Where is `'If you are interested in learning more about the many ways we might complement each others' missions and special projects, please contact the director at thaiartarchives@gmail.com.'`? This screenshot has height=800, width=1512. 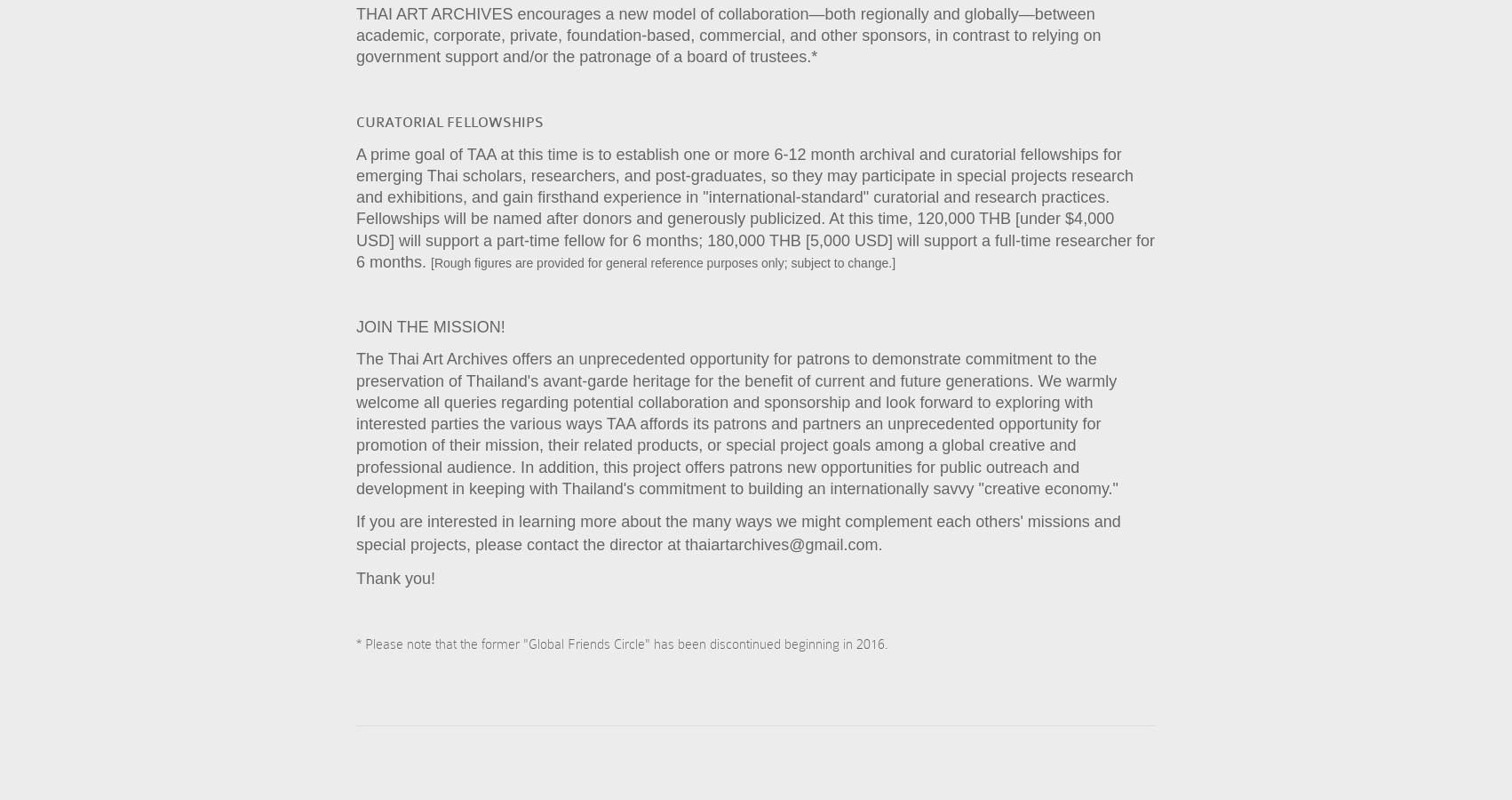
'If you are interested in learning more about the many ways we might complement each others' missions and special projects, please contact the director at thaiartarchives@gmail.com.' is located at coordinates (736, 533).